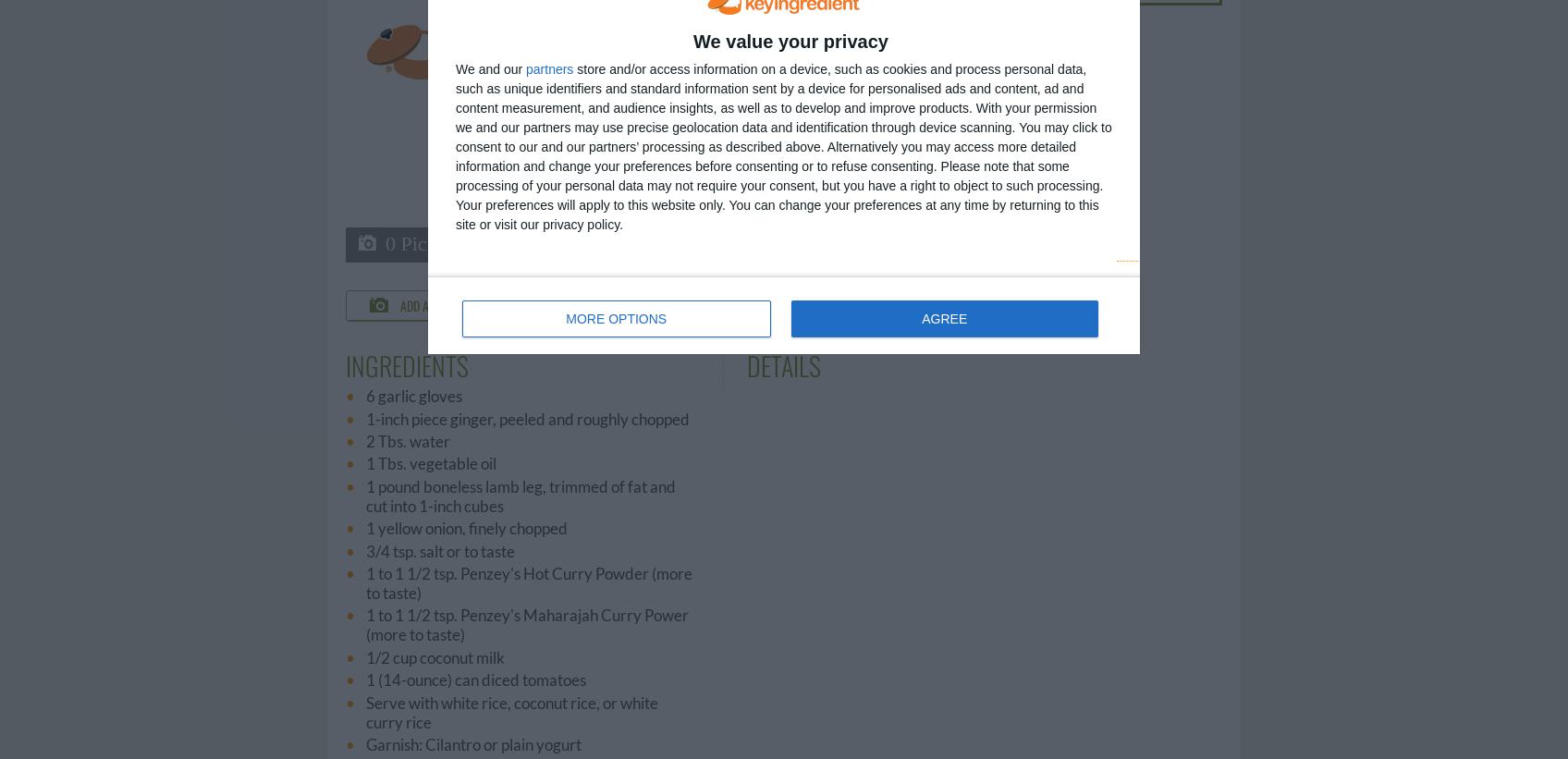 This screenshot has height=759, width=1568. I want to click on '0 Picture', so click(385, 242).